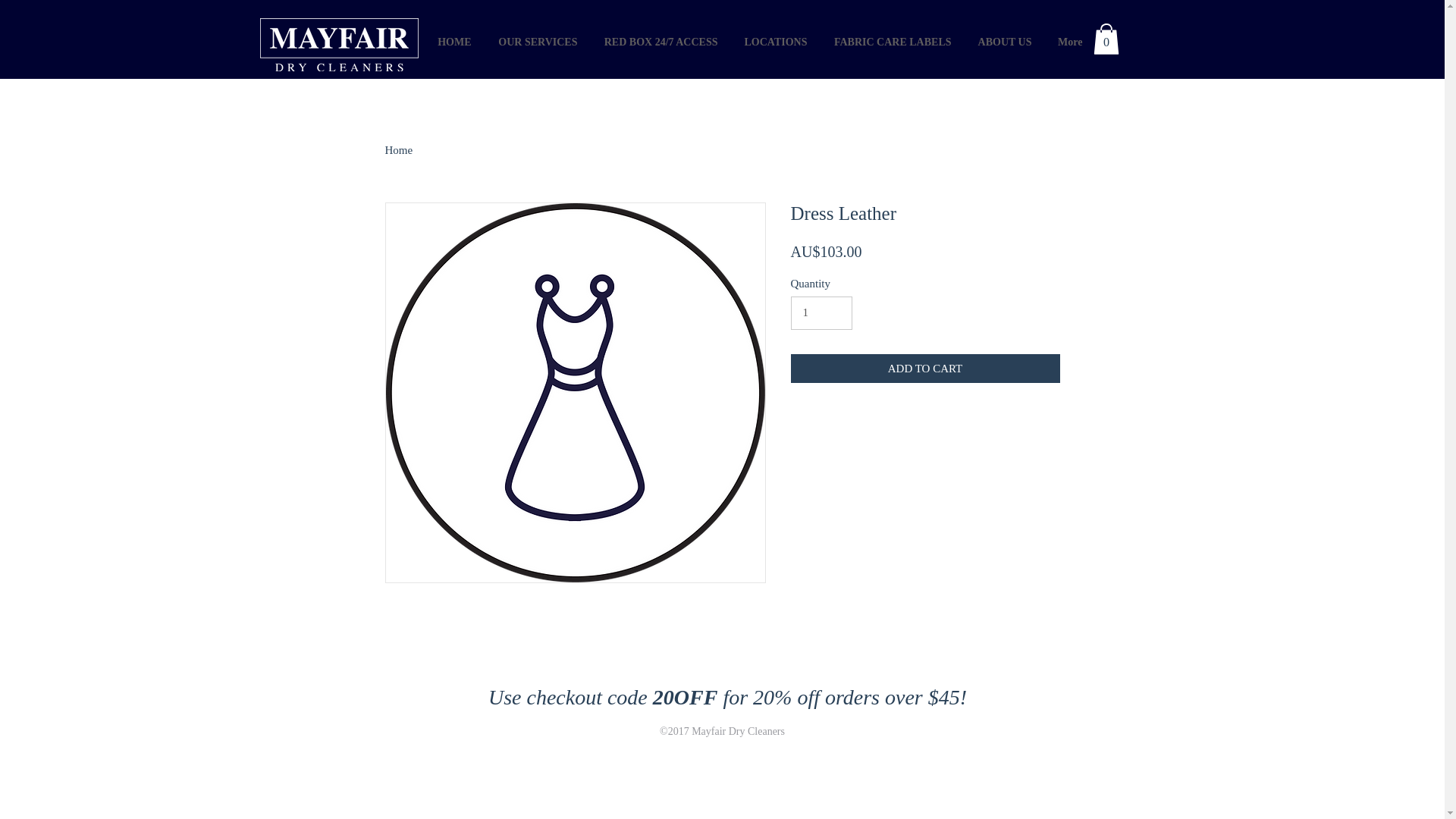  What do you see at coordinates (658, 41) in the screenshot?
I see `'RED BOX 24/7 ACCESS'` at bounding box center [658, 41].